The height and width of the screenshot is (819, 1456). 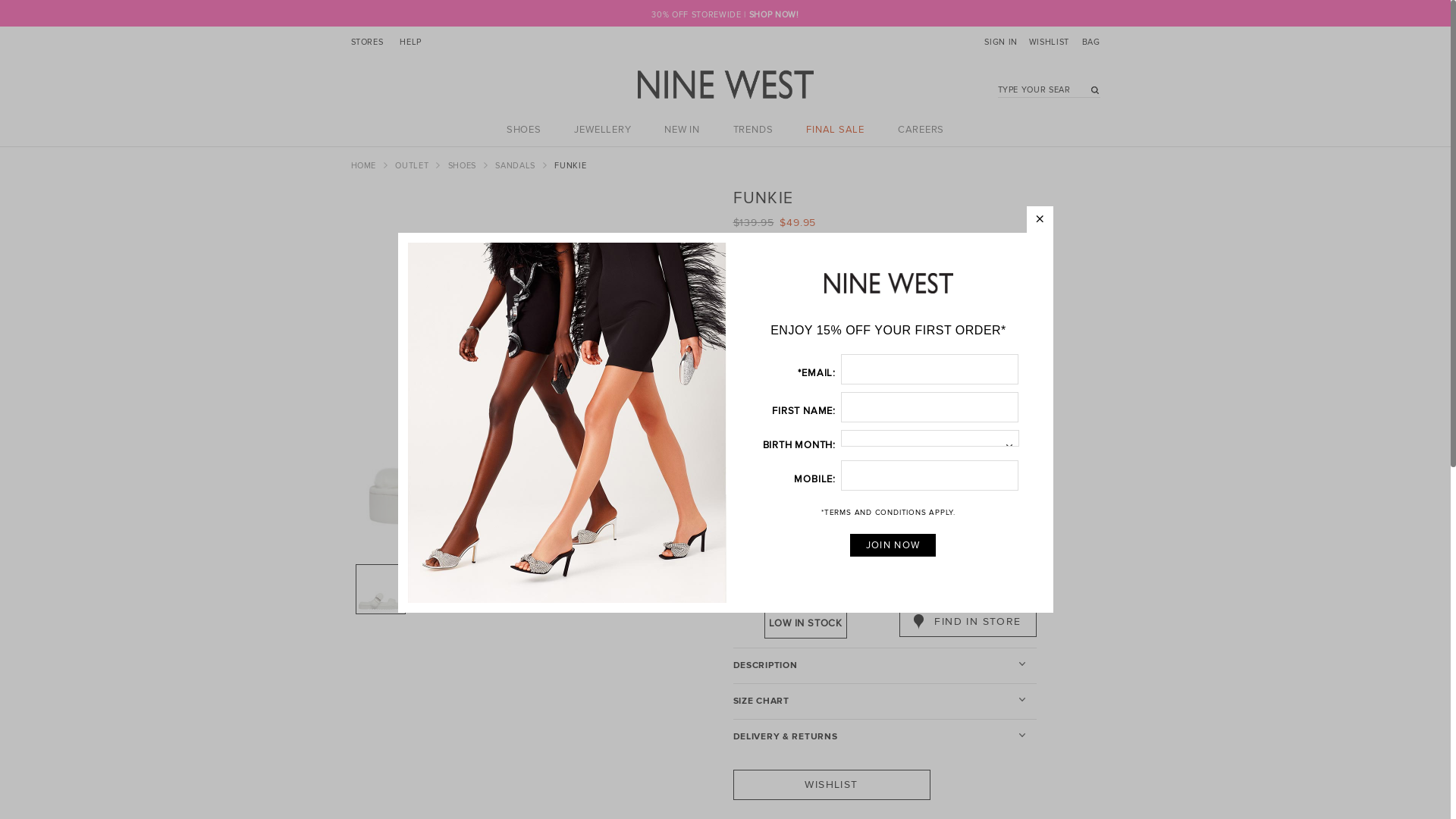 I want to click on 'ADD TO BAG', so click(x=967, y=585).